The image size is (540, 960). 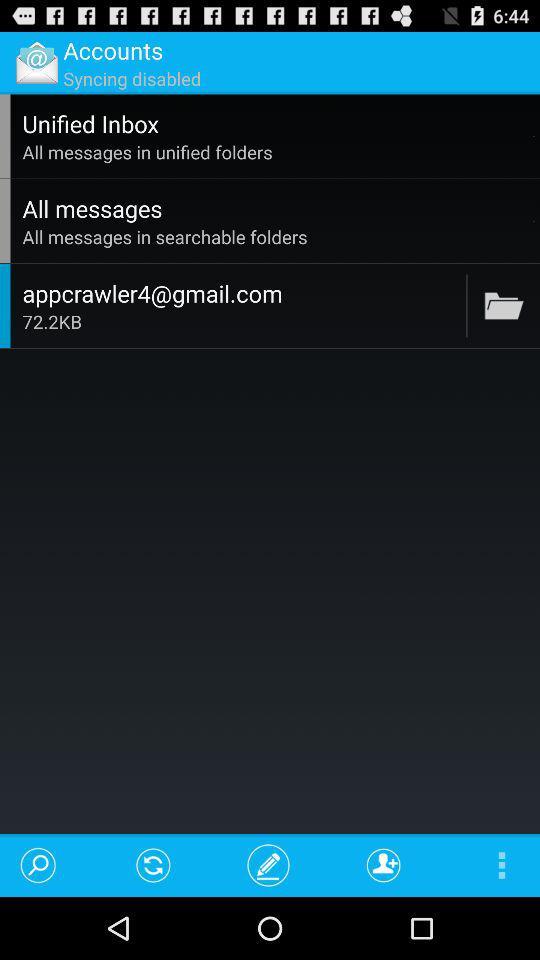 What do you see at coordinates (466, 305) in the screenshot?
I see `app next to the appcrawler4@gmail.com item` at bounding box center [466, 305].